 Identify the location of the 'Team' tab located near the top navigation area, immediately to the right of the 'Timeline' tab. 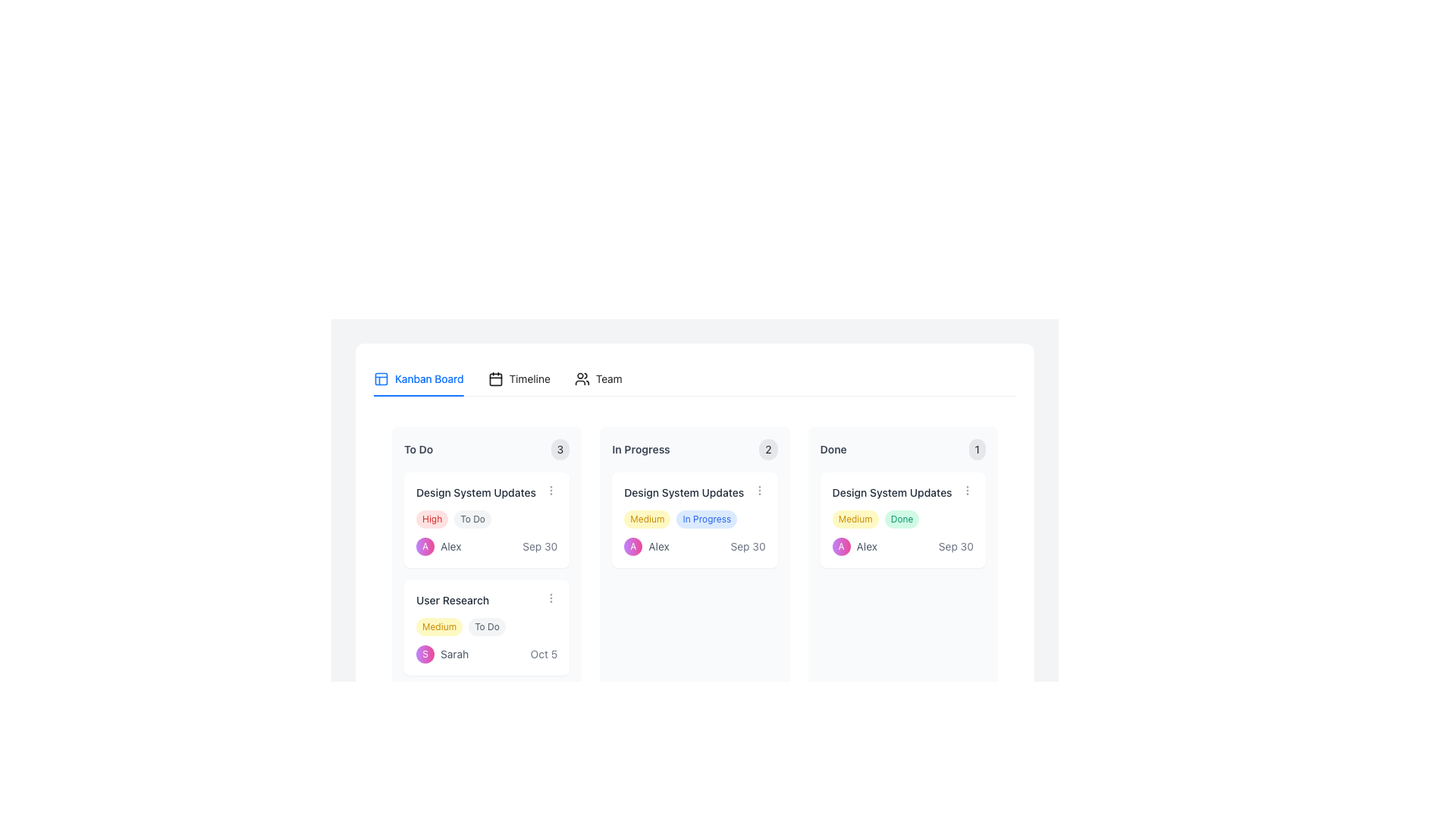
(598, 378).